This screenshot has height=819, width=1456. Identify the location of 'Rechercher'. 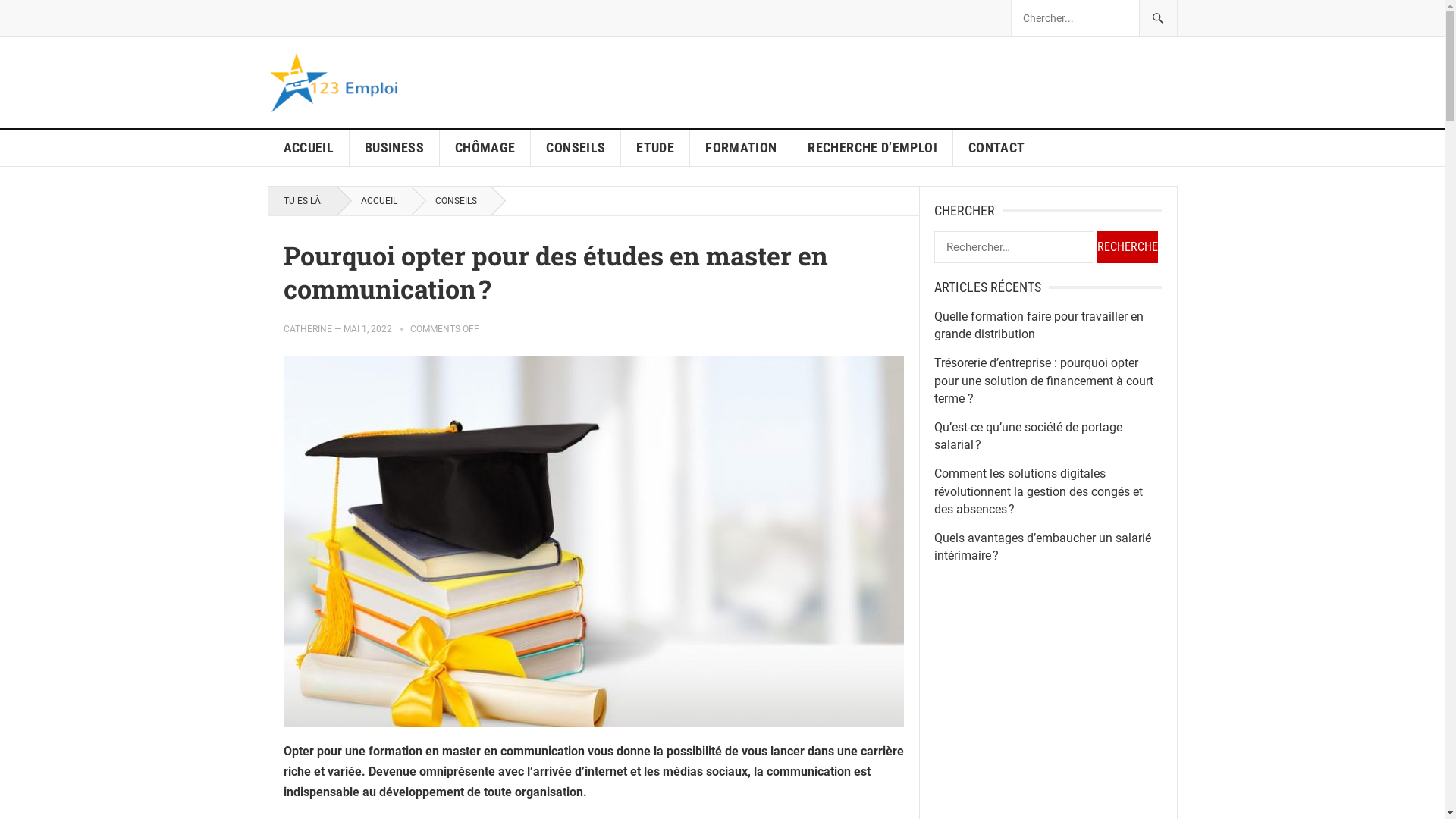
(1127, 246).